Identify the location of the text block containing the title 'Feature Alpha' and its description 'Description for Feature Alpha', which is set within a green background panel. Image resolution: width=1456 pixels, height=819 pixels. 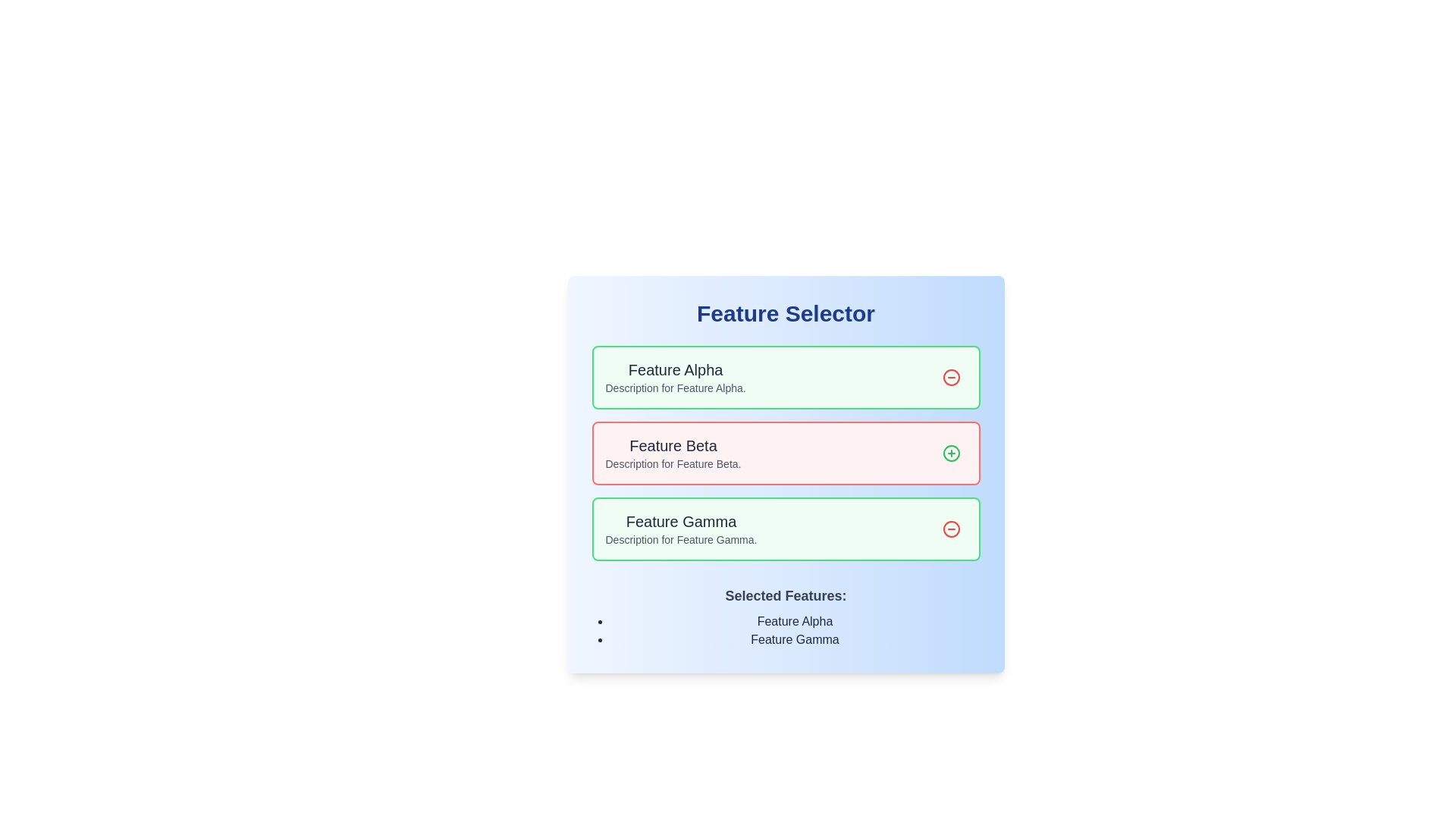
(675, 376).